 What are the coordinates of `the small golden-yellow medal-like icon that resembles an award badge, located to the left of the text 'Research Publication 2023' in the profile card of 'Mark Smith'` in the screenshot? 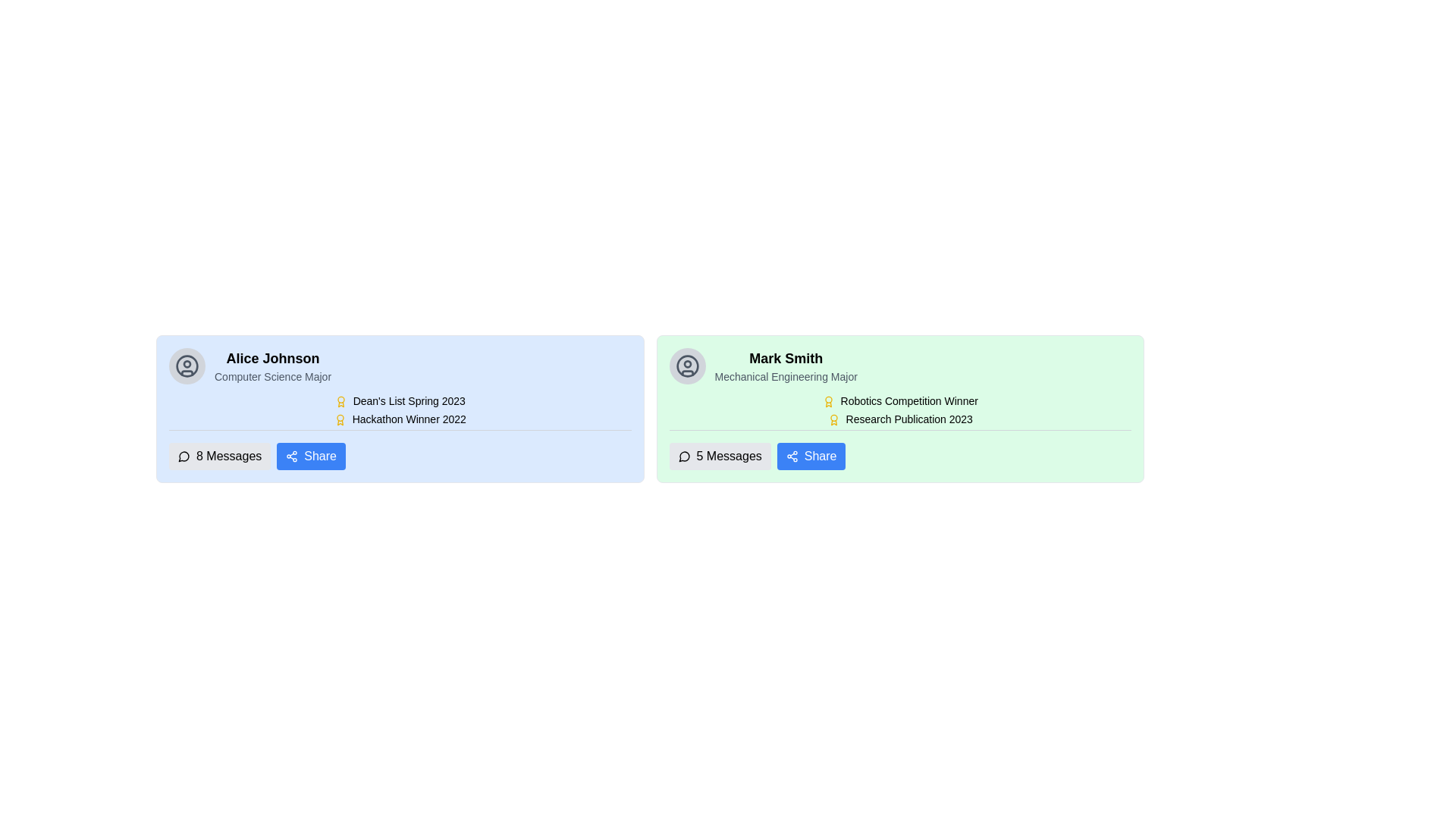 It's located at (833, 420).